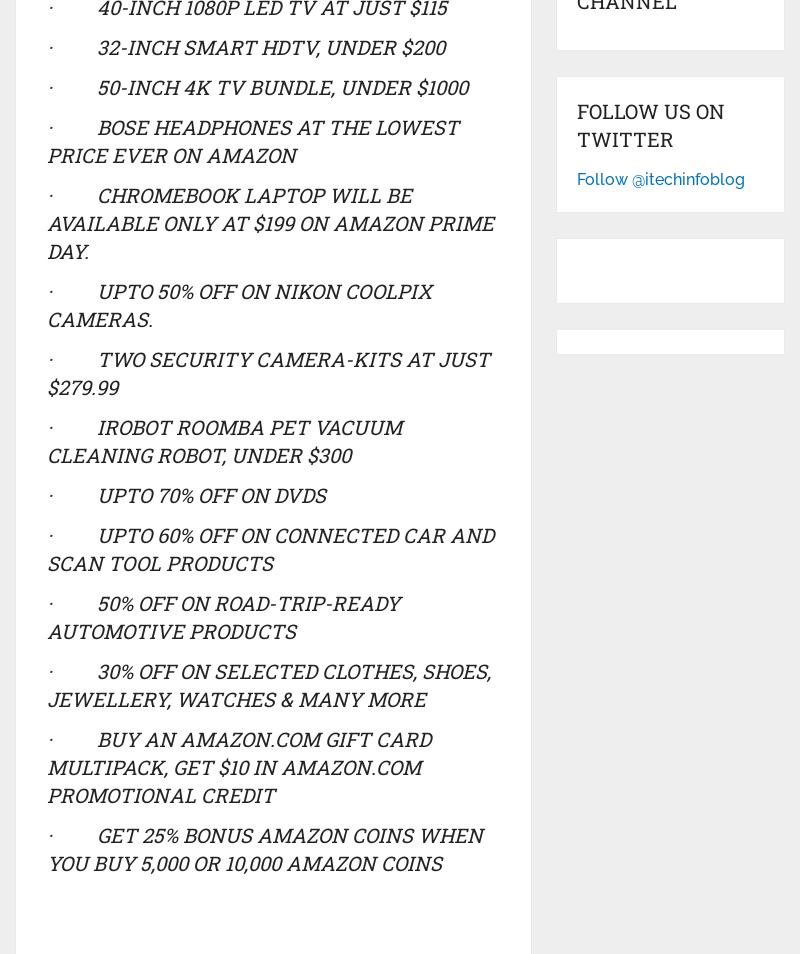  I want to click on '·         Upto 50% off on Nikon Coolpix Cameras.', so click(237, 304).